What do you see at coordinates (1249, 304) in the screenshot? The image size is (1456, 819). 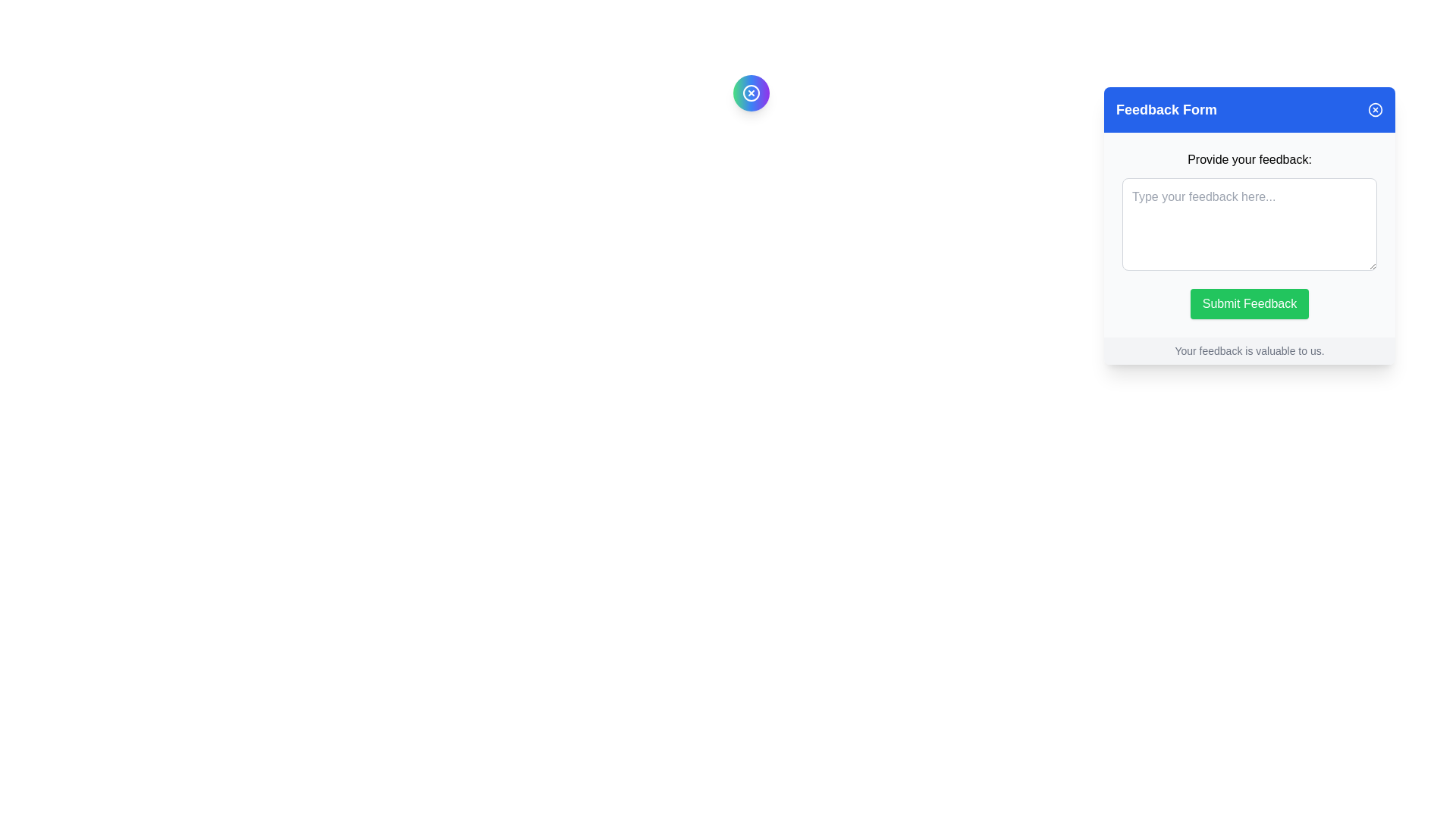 I see `the feedback submission button located at the bottom of the feedback form` at bounding box center [1249, 304].